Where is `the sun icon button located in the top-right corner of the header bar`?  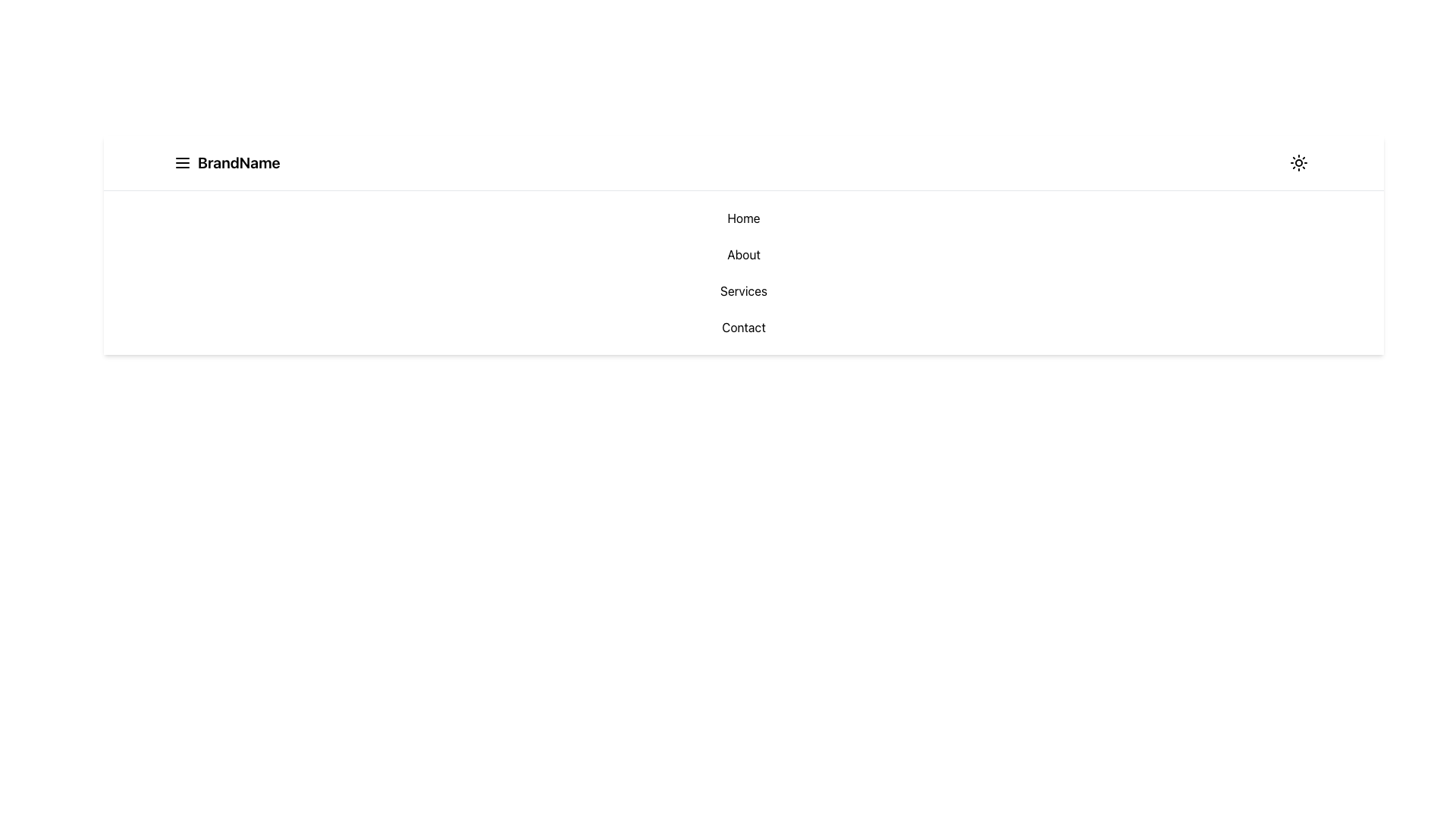 the sun icon button located in the top-right corner of the header bar is located at coordinates (1298, 163).